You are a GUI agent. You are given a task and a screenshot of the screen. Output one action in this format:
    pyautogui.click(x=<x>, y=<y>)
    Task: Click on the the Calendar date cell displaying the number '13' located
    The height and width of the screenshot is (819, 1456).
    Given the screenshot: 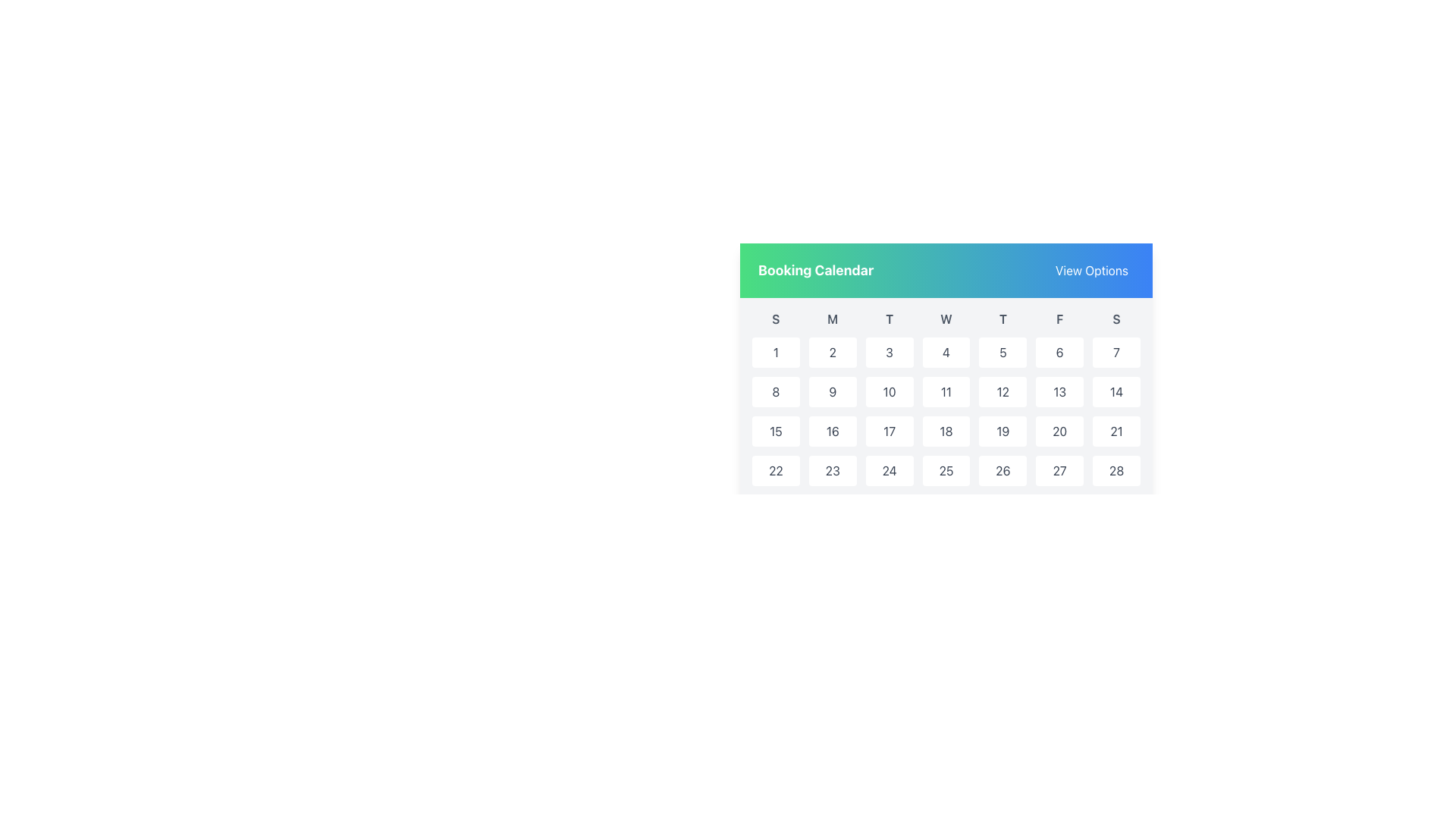 What is the action you would take?
    pyautogui.click(x=1059, y=391)
    